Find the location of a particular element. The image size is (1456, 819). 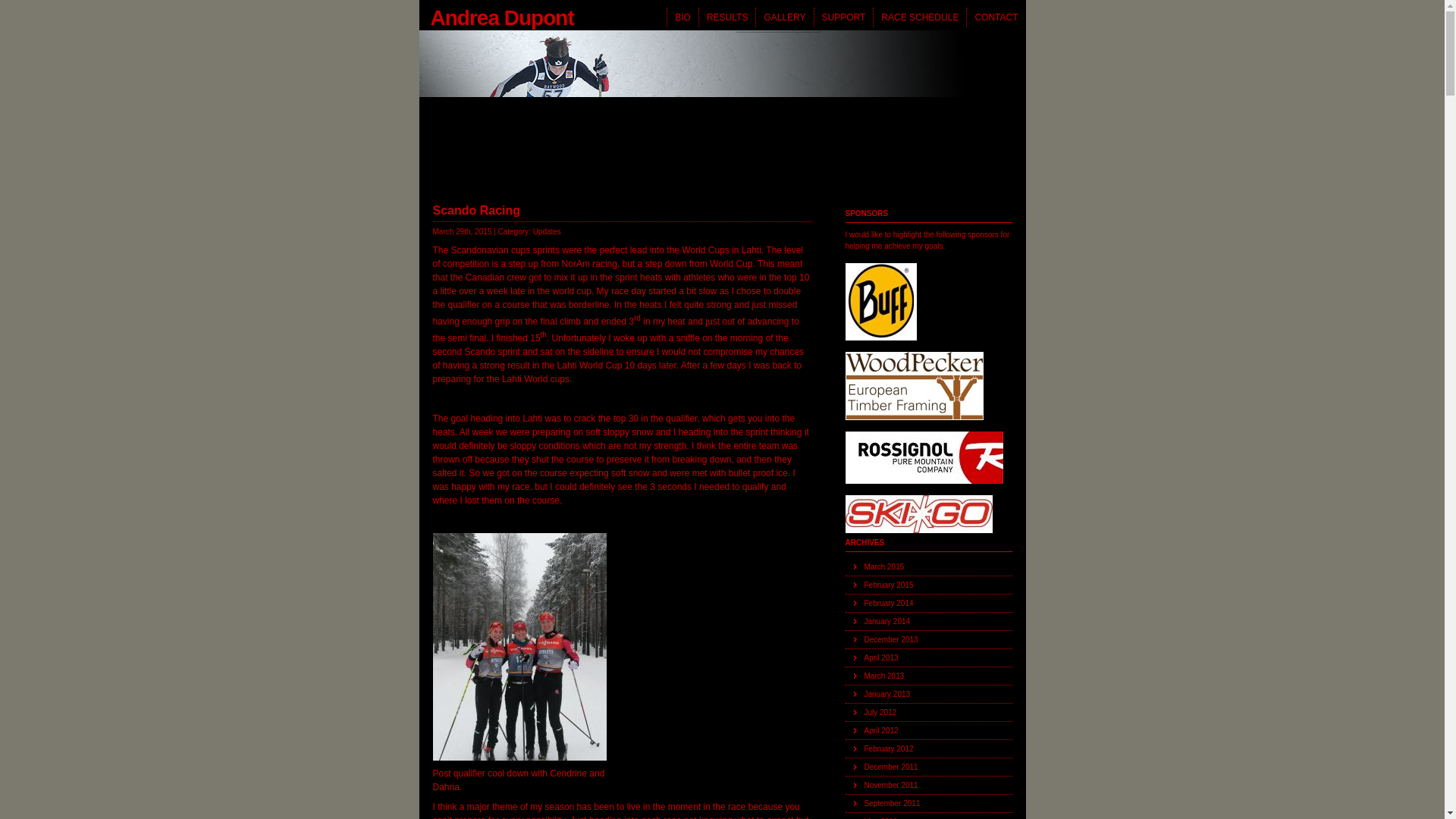

'July 2012' is located at coordinates (927, 713).